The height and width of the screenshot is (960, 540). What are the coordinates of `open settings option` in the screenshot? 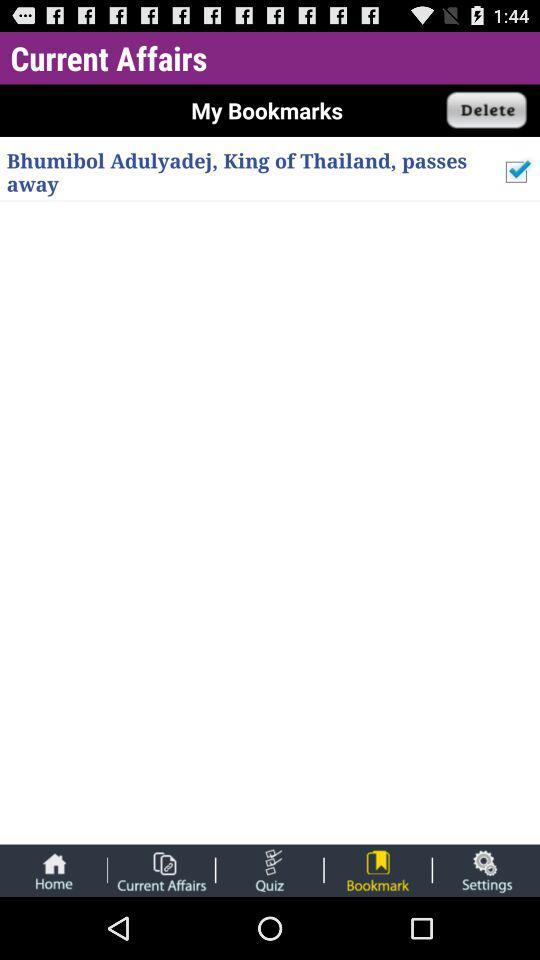 It's located at (485, 869).